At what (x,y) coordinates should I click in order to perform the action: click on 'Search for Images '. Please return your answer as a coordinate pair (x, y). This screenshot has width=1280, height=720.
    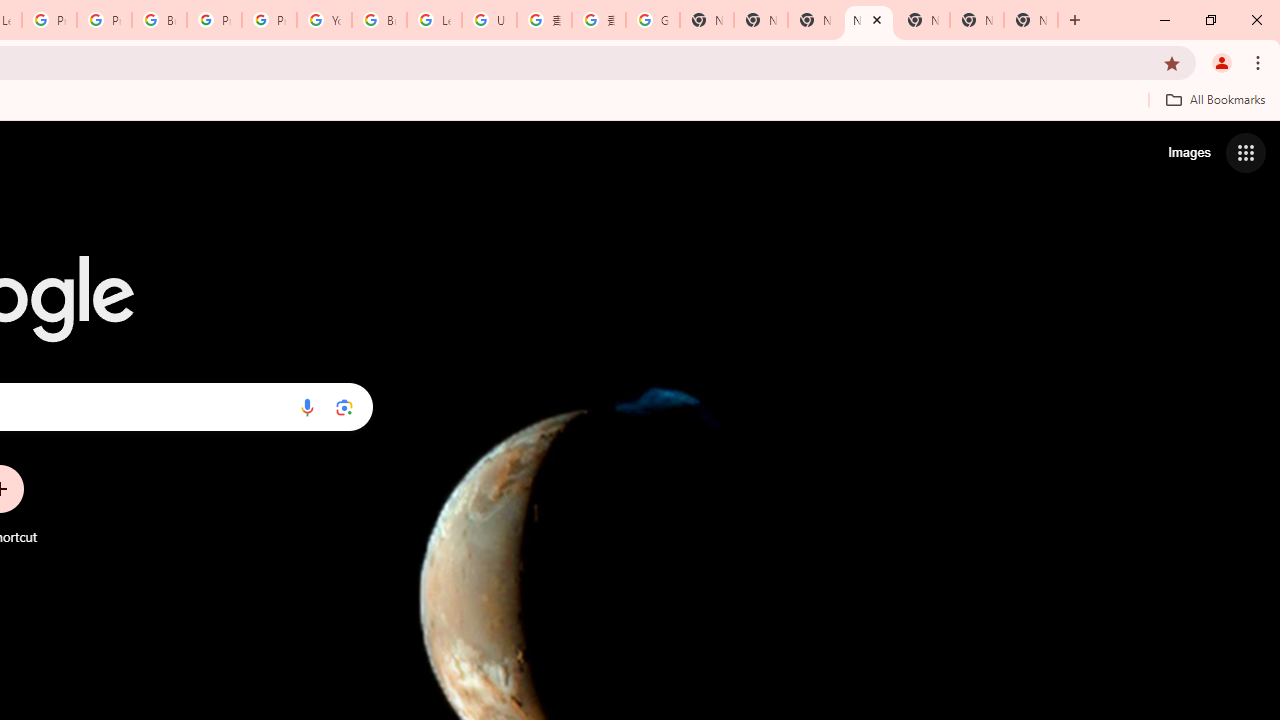
    Looking at the image, I should click on (1189, 152).